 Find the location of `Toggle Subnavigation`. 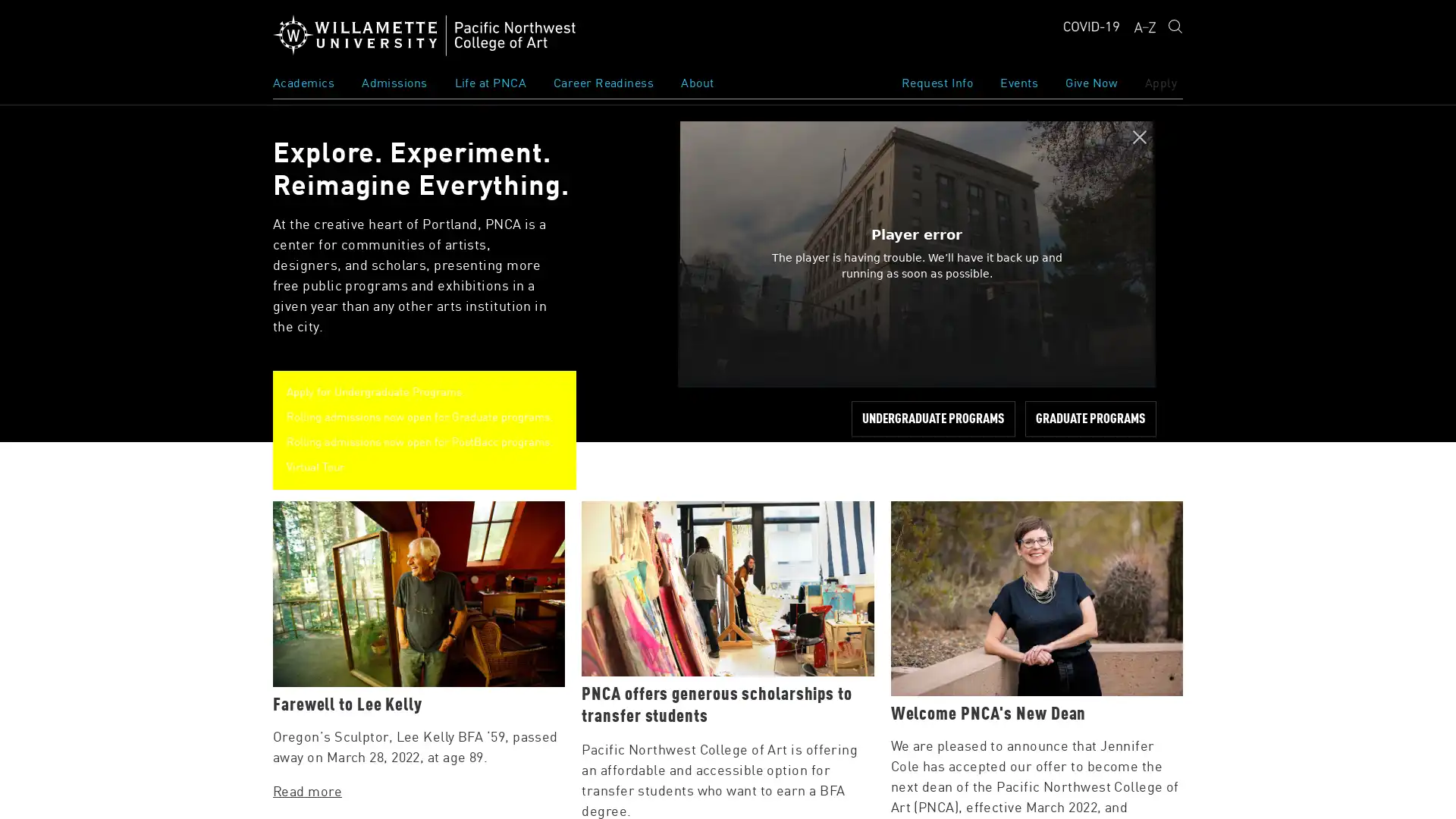

Toggle Subnavigation is located at coordinates (602, 85).